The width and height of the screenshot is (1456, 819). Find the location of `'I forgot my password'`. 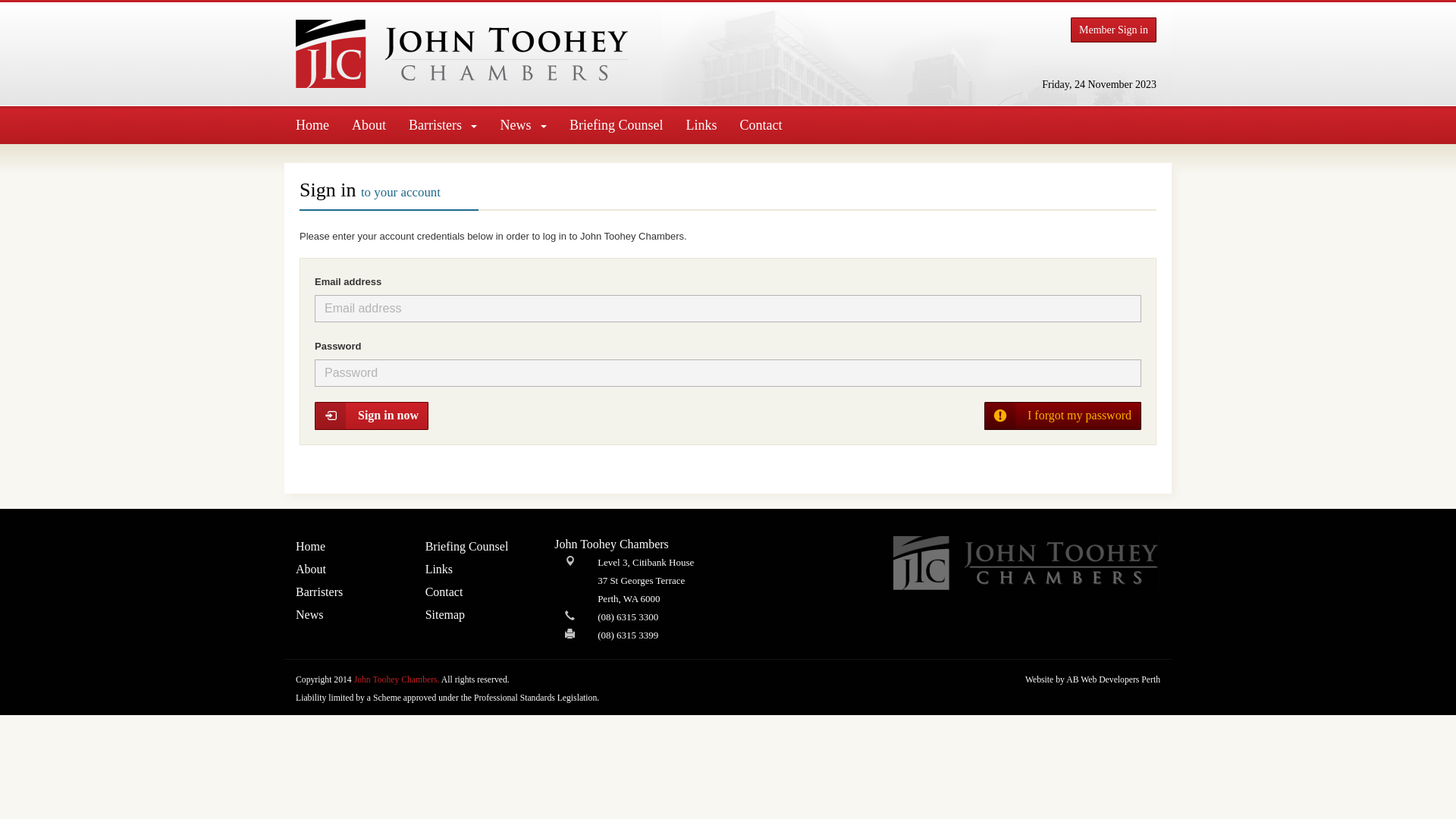

'I forgot my password' is located at coordinates (984, 416).